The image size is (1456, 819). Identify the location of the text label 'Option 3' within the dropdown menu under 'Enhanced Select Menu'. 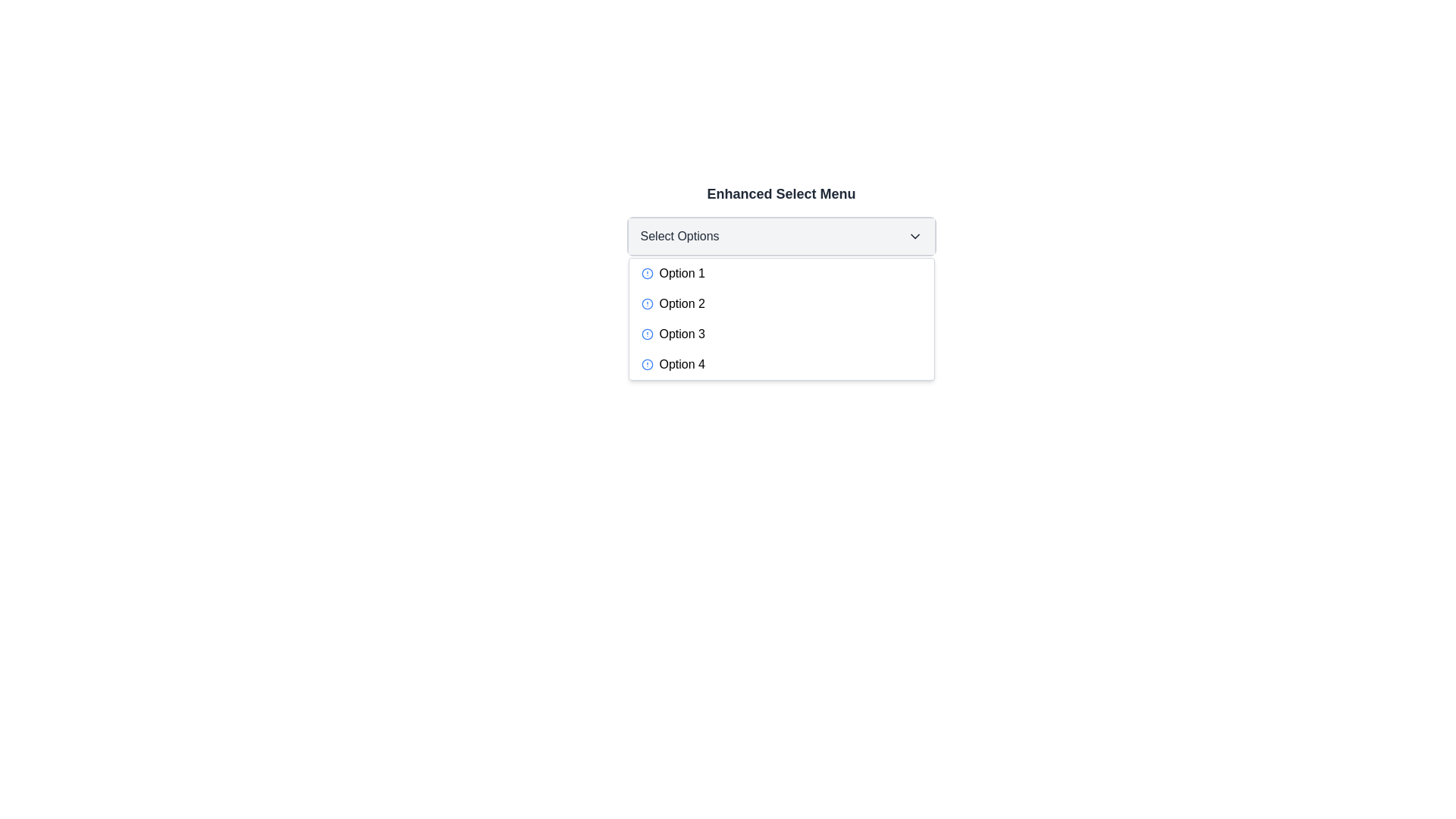
(681, 333).